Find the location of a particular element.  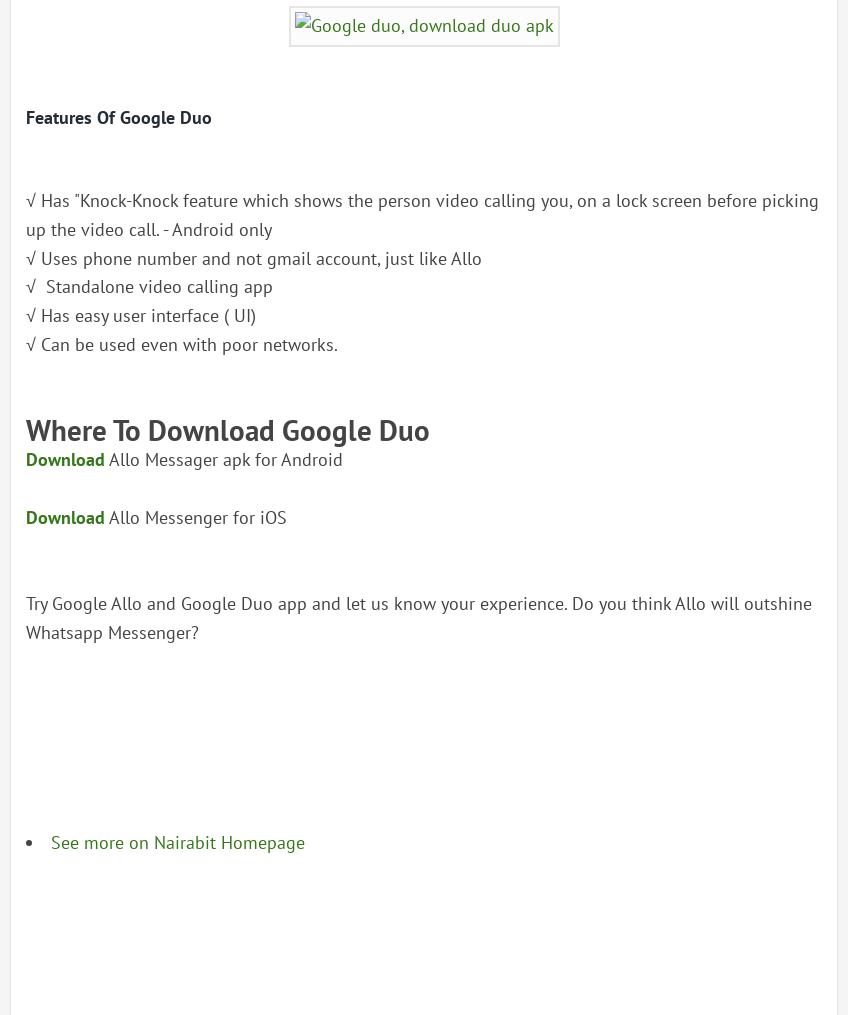

'√ Can be used even with poor networks.' is located at coordinates (181, 342).